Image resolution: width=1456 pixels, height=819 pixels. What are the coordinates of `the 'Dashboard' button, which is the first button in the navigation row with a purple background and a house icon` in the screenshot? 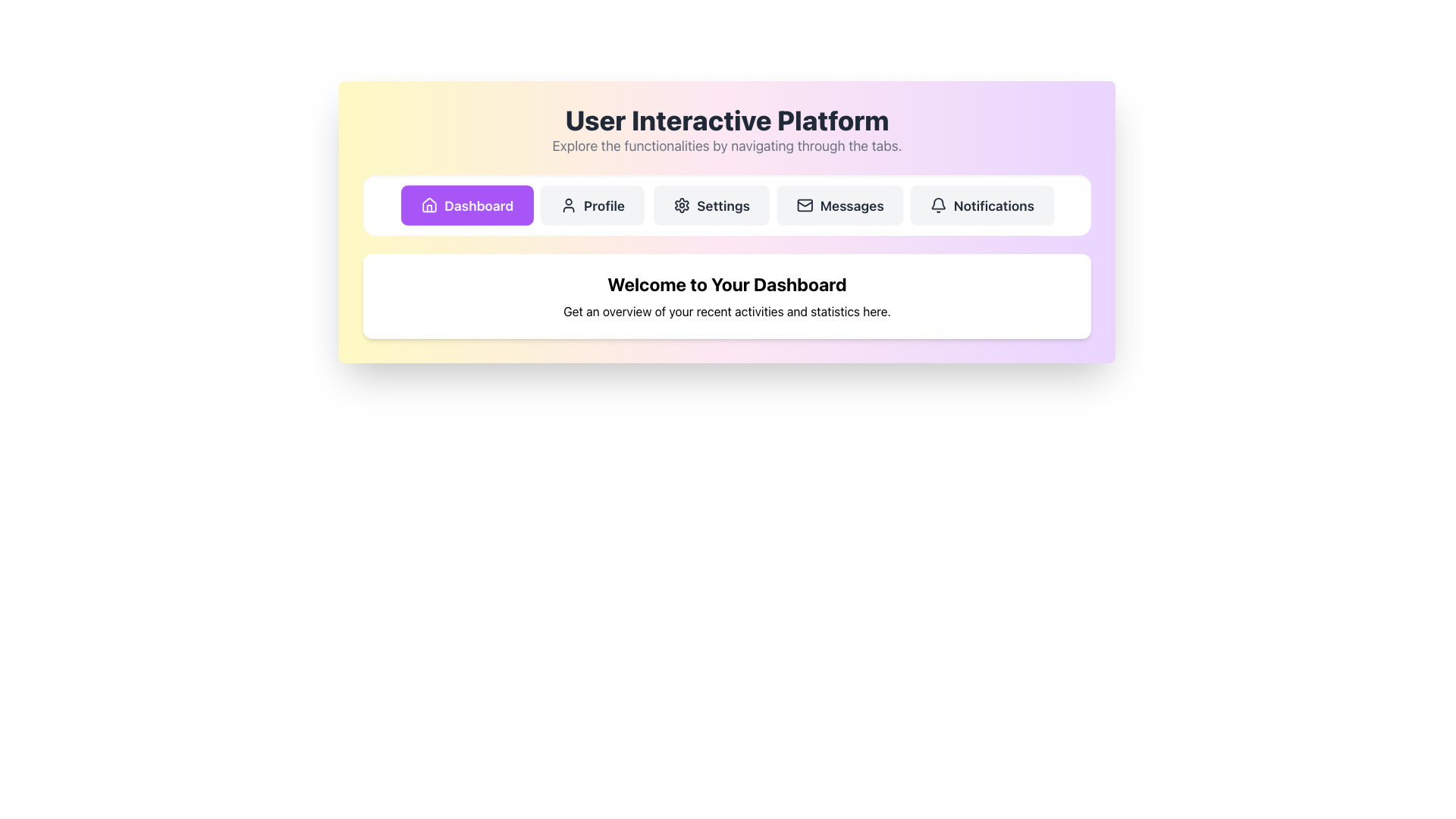 It's located at (466, 205).